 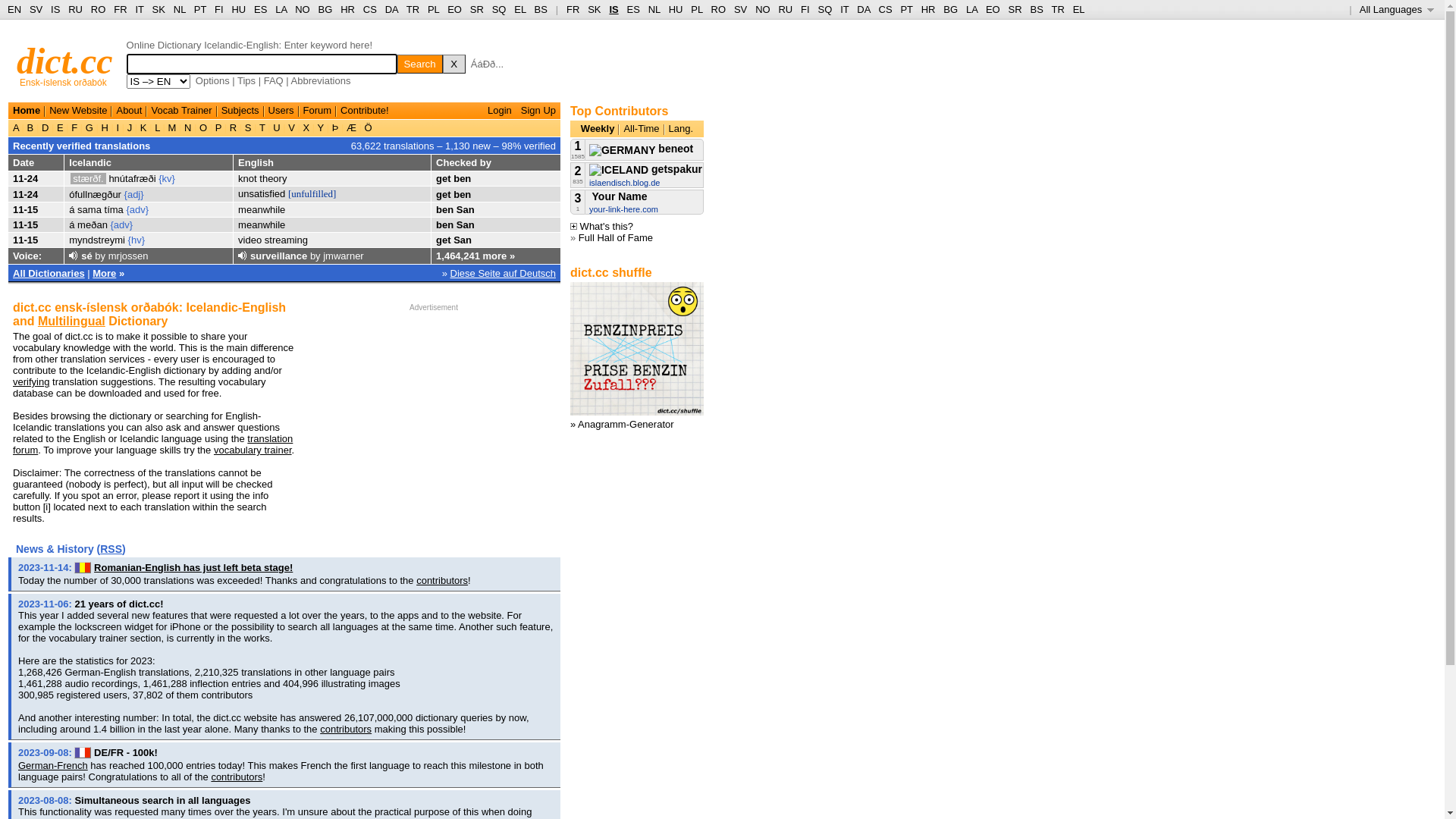 What do you see at coordinates (340, 109) in the screenshot?
I see `'Contribute!'` at bounding box center [340, 109].